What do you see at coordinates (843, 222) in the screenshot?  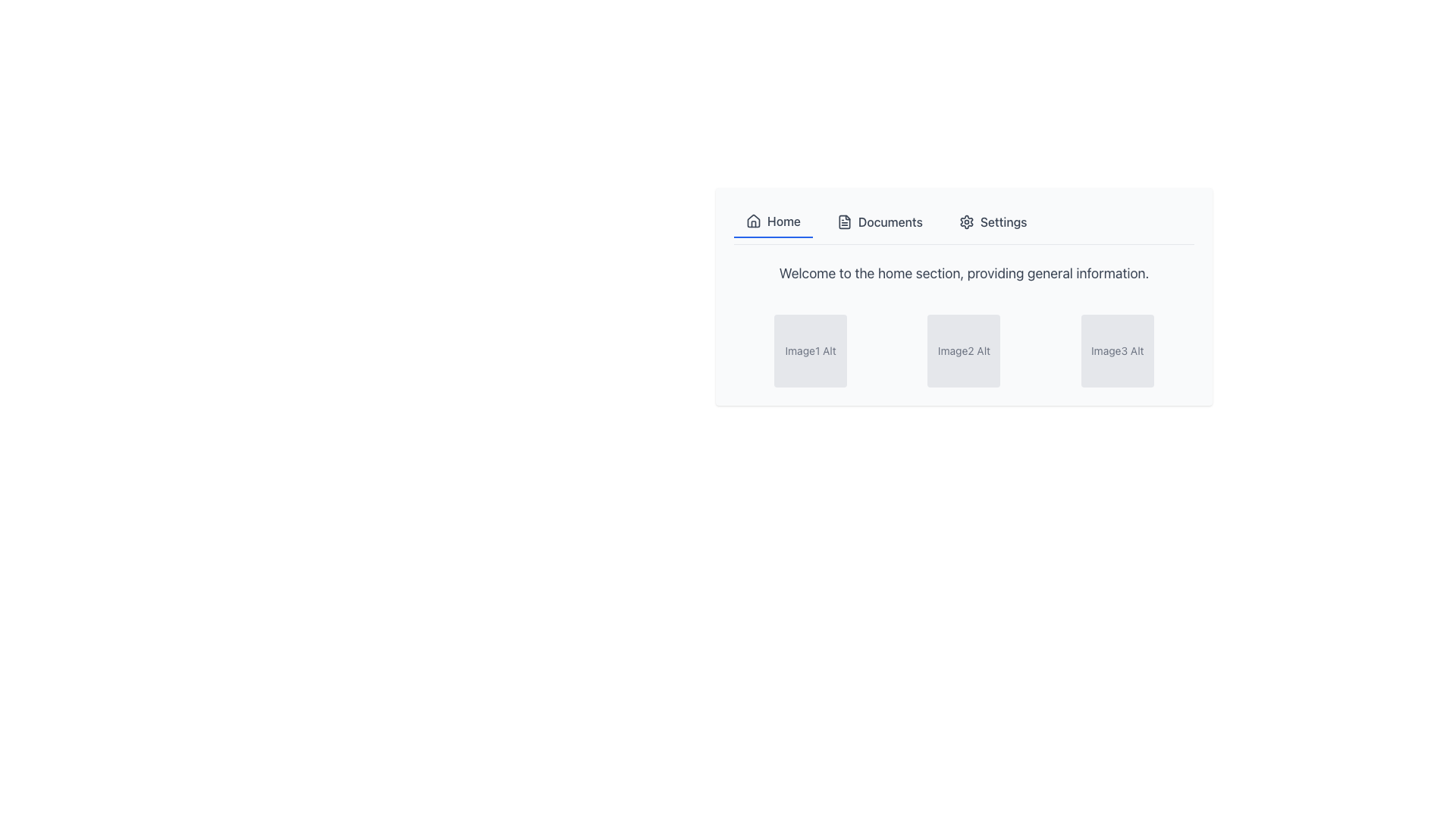 I see `the document outline icon located on the navigation bar` at bounding box center [843, 222].